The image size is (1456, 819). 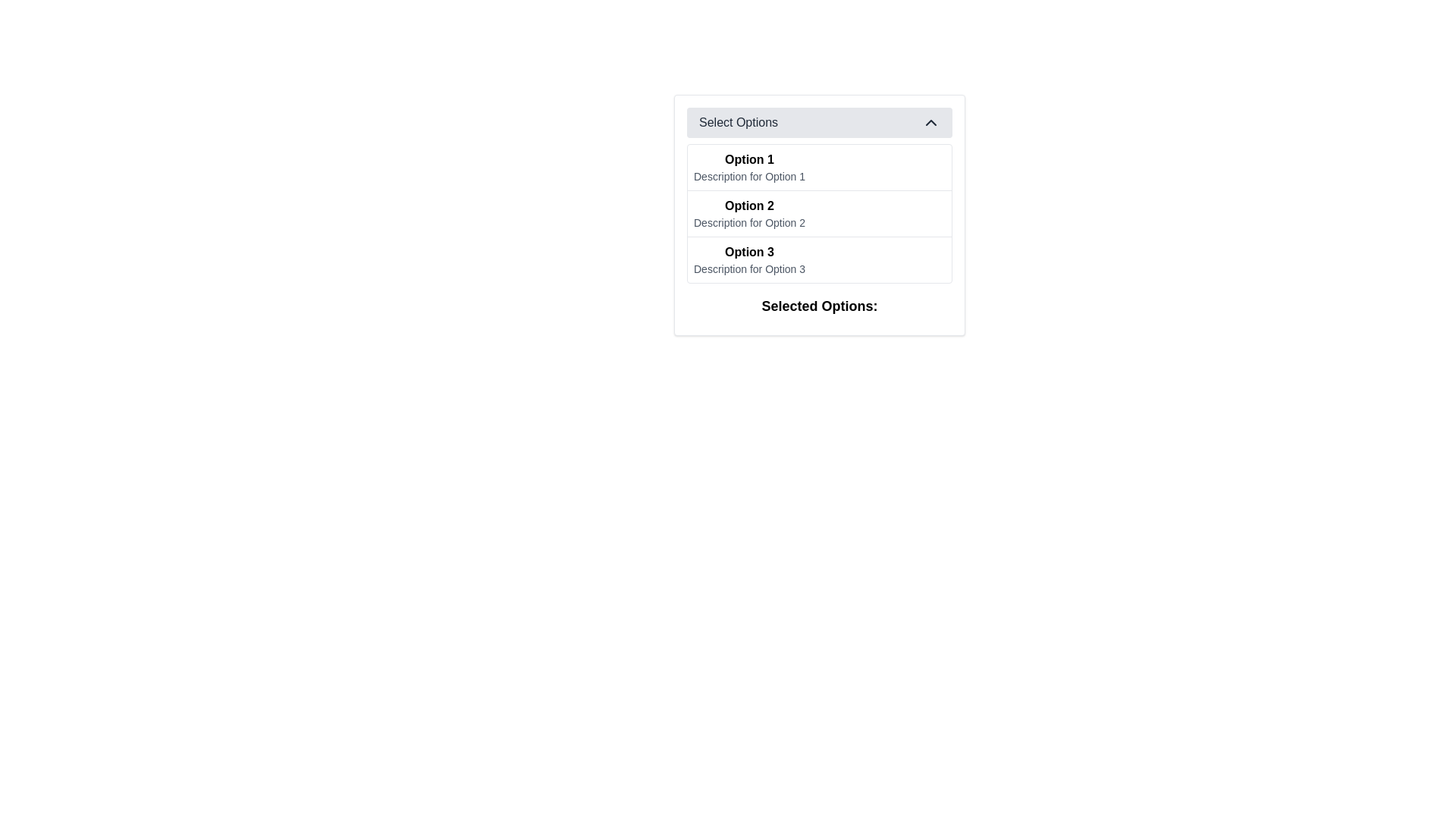 What do you see at coordinates (739, 122) in the screenshot?
I see `the 'Select Options' text label within the dropdown header, which is displayed in bold black font and positioned in a light gray rectangular section` at bounding box center [739, 122].